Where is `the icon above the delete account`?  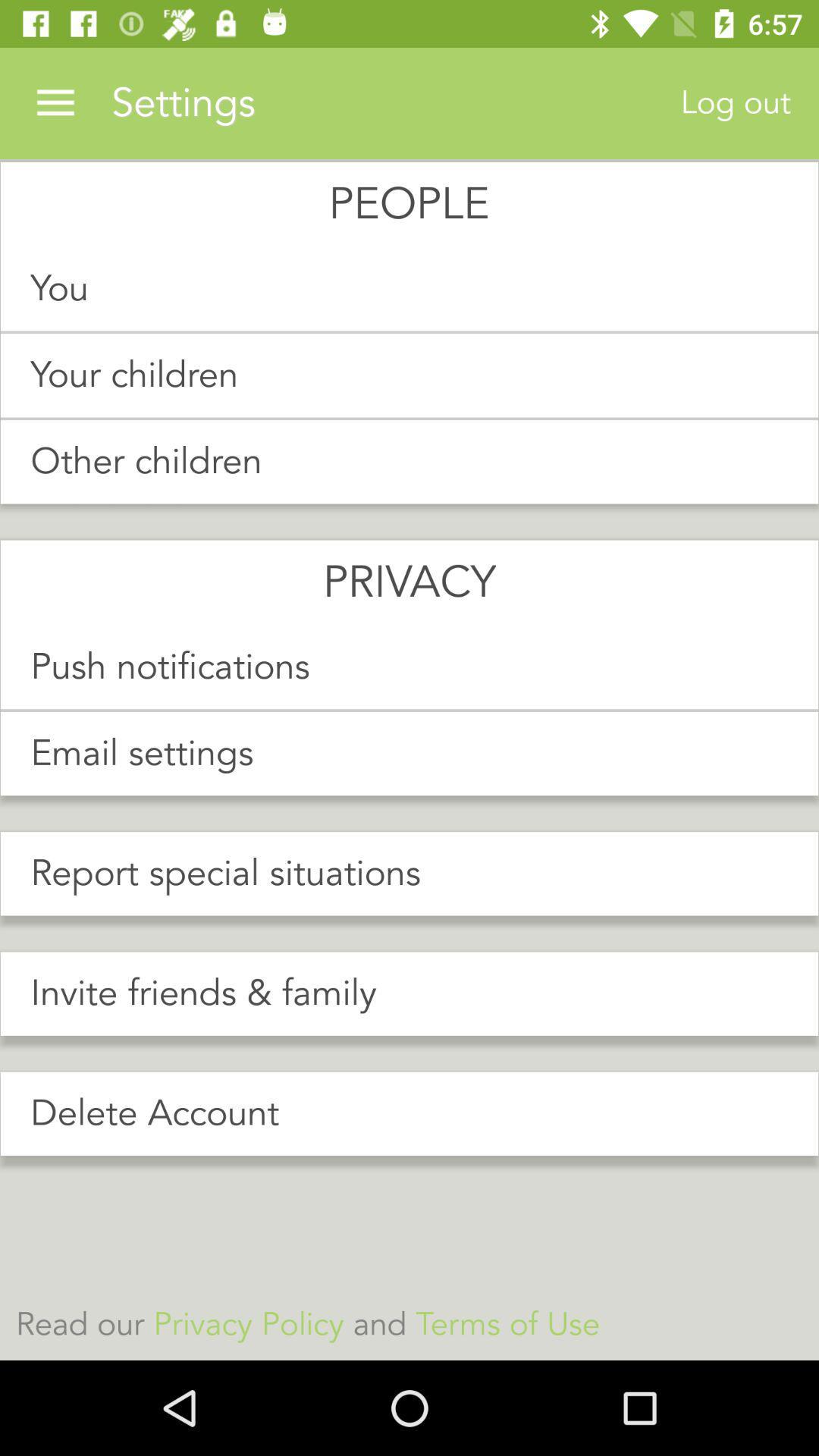 the icon above the delete account is located at coordinates (409, 993).